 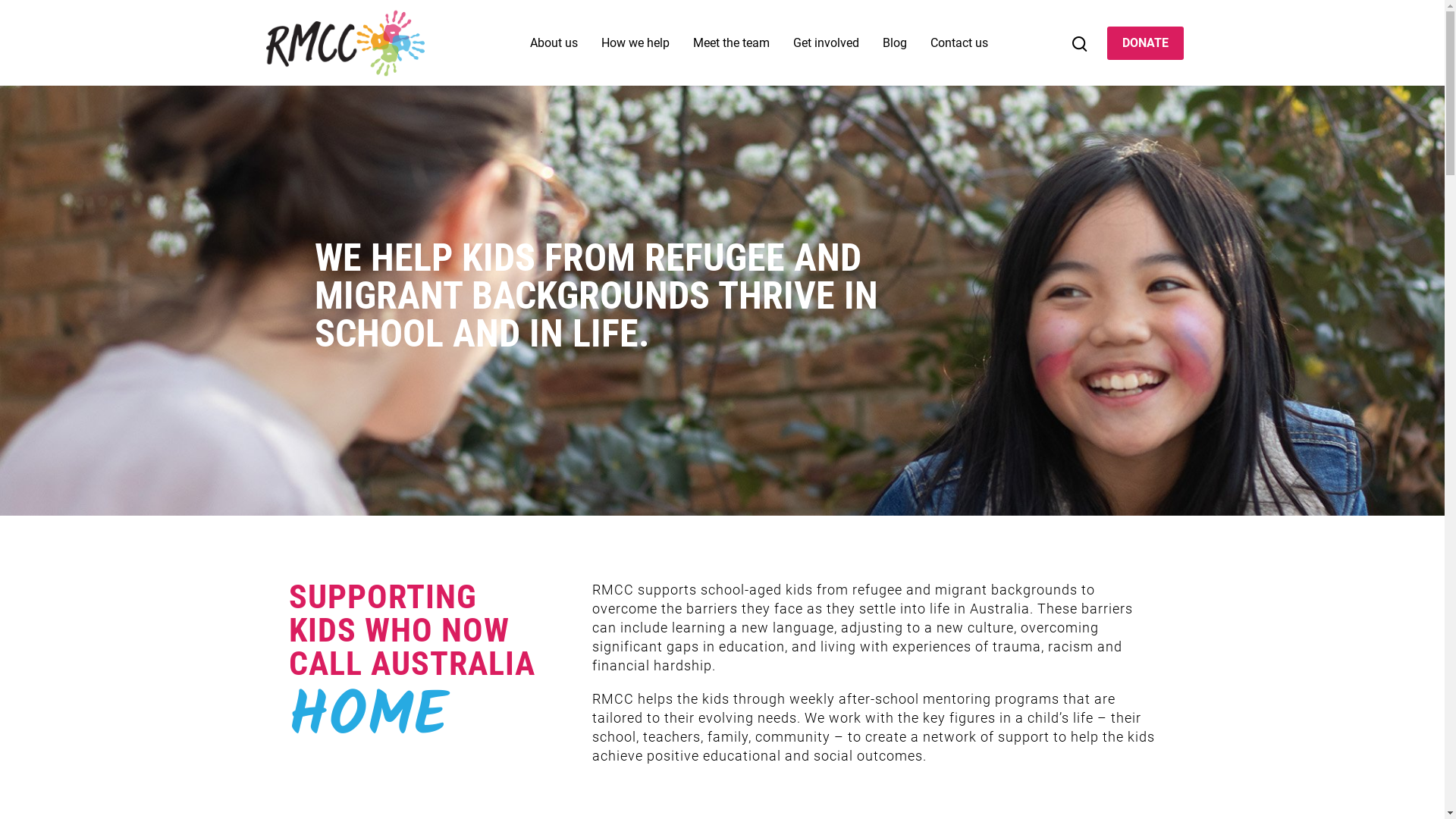 What do you see at coordinates (634, 49) in the screenshot?
I see `'How we help'` at bounding box center [634, 49].